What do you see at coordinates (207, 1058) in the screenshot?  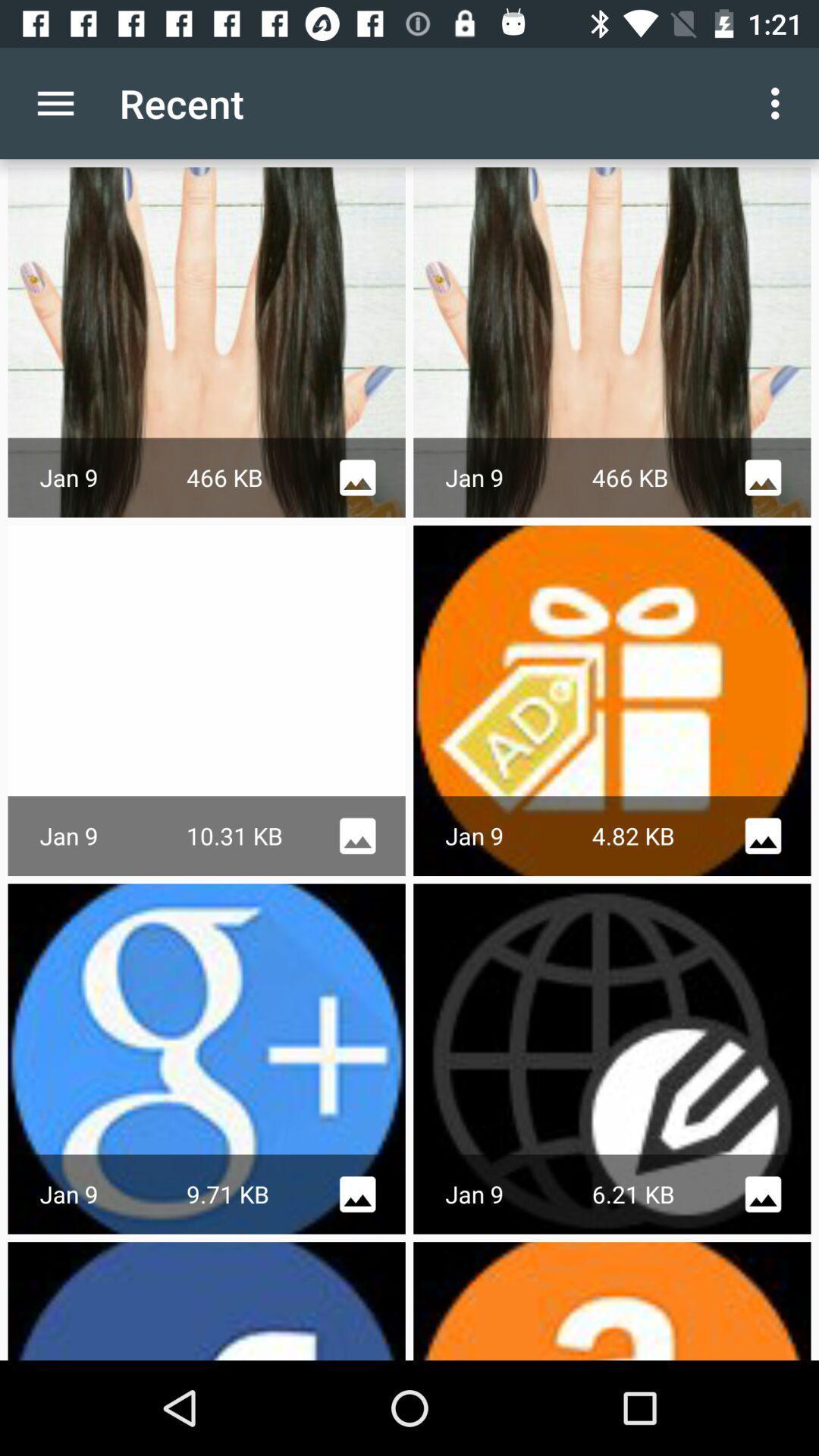 I see `the fifth image` at bounding box center [207, 1058].